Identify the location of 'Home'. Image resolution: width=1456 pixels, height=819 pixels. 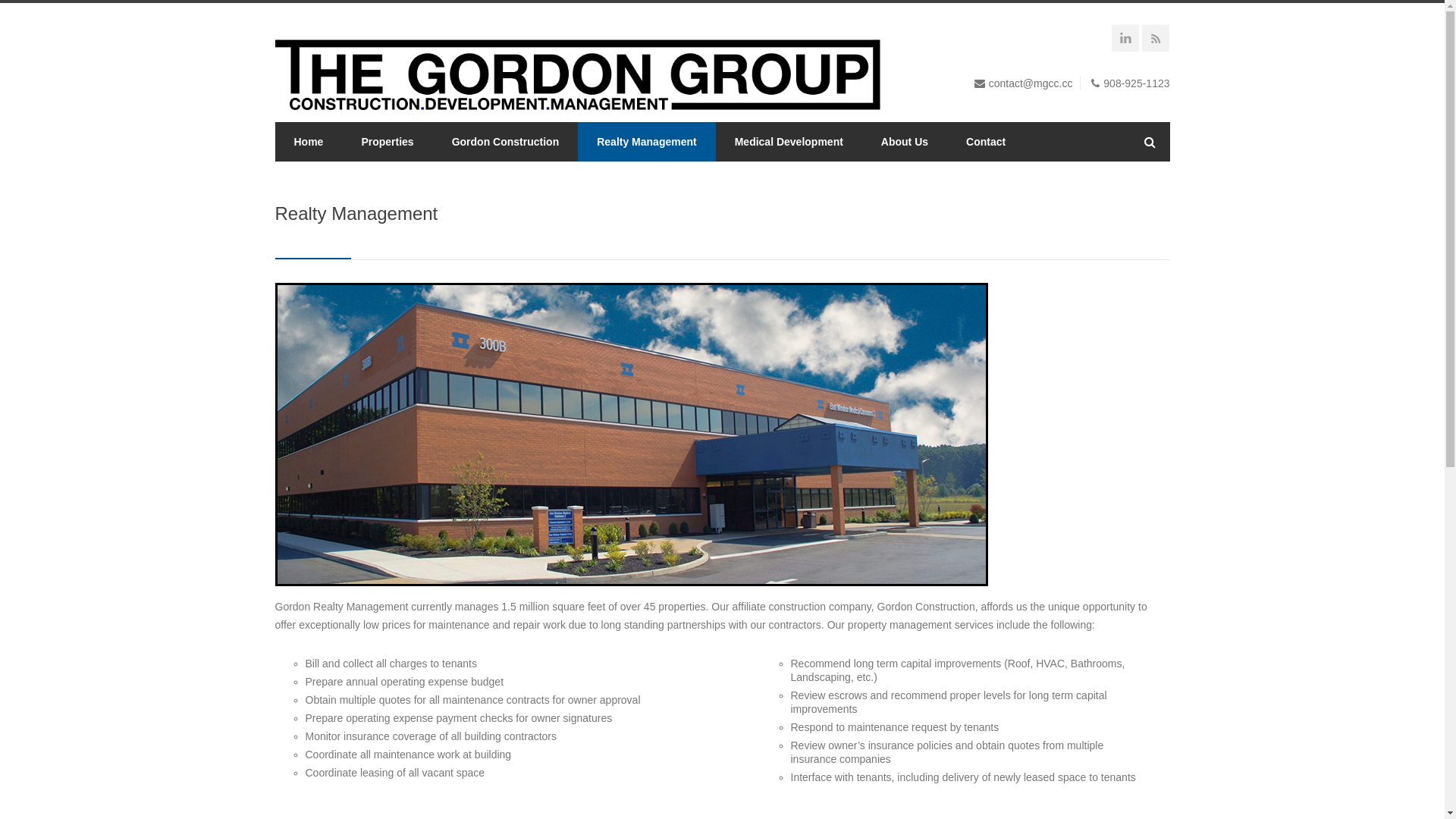
(307, 141).